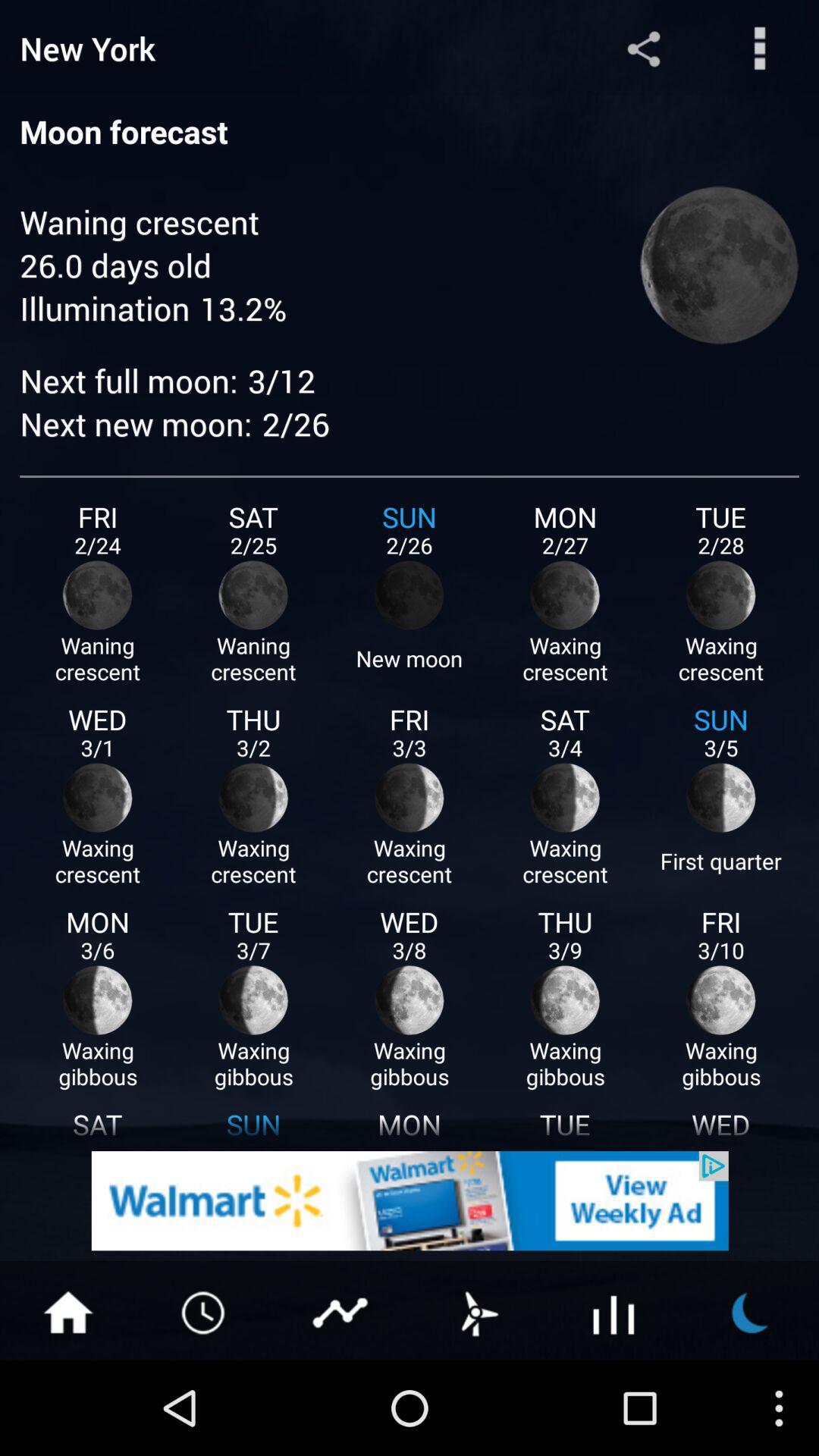  I want to click on the time icon, so click(205, 1402).